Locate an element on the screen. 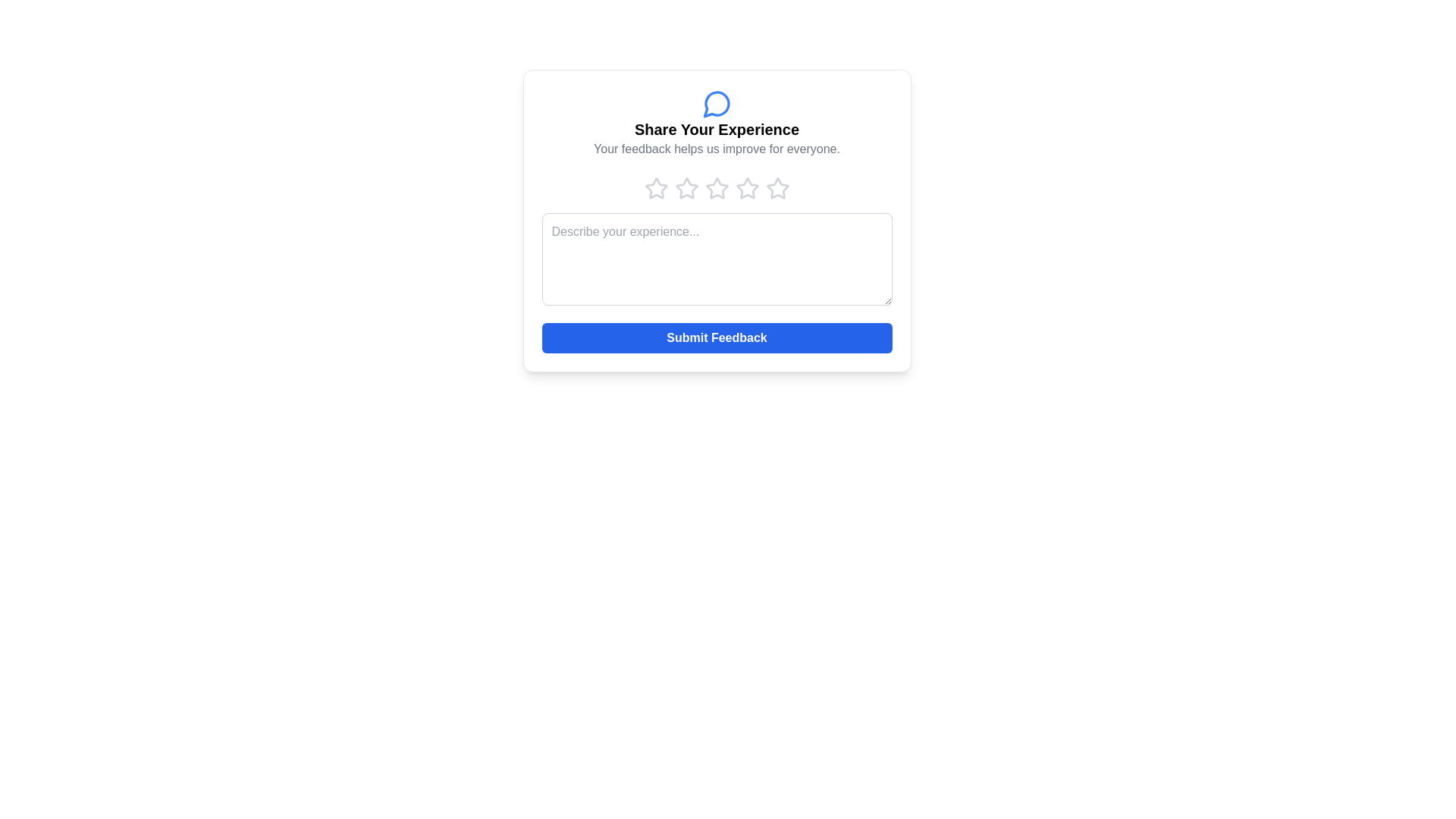  the third outlined rating star in the row of five stars below the title 'Share Your Experience' to rate is located at coordinates (716, 187).